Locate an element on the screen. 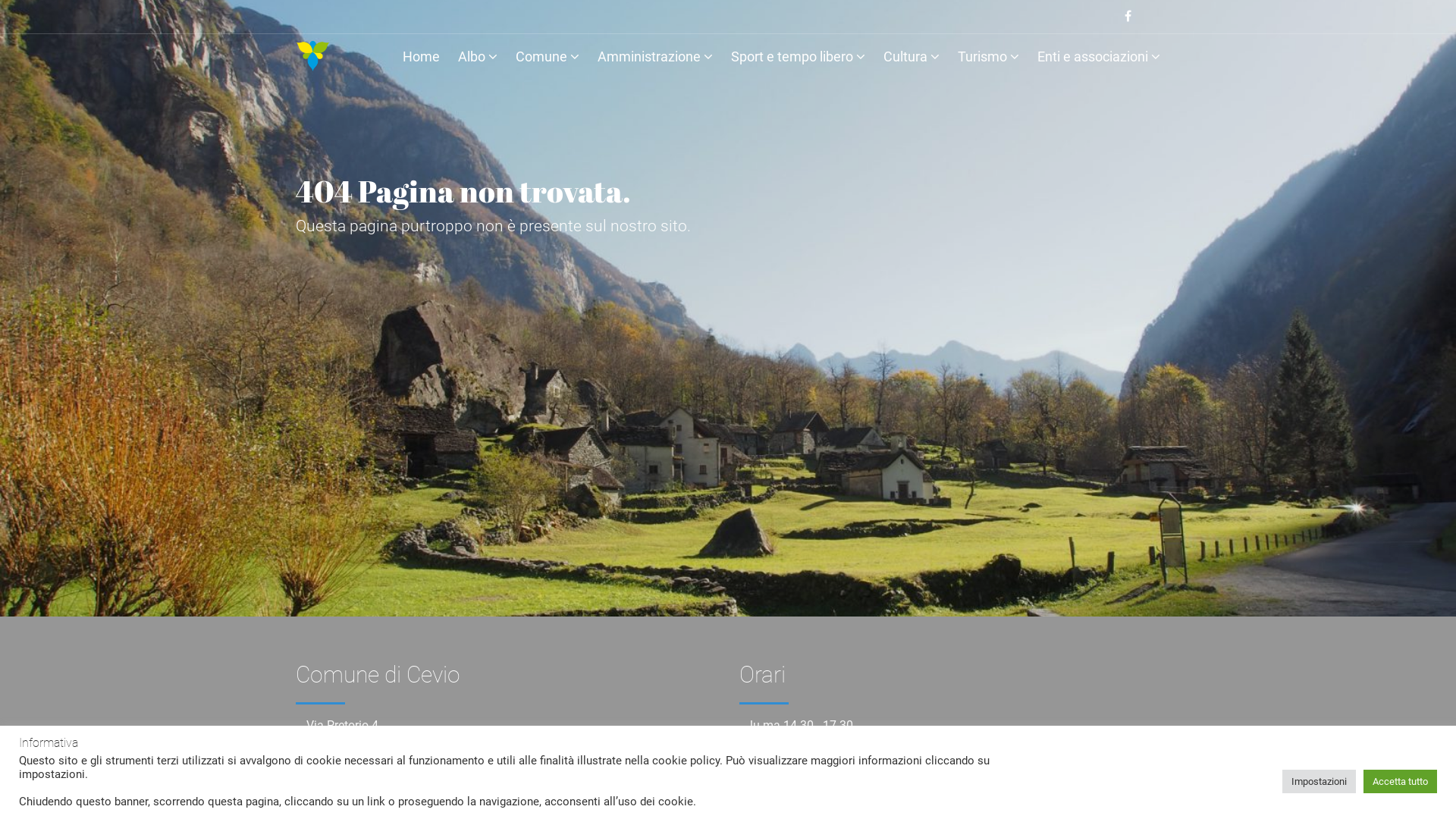 This screenshot has height=819, width=1456. 'Albo' is located at coordinates (457, 58).